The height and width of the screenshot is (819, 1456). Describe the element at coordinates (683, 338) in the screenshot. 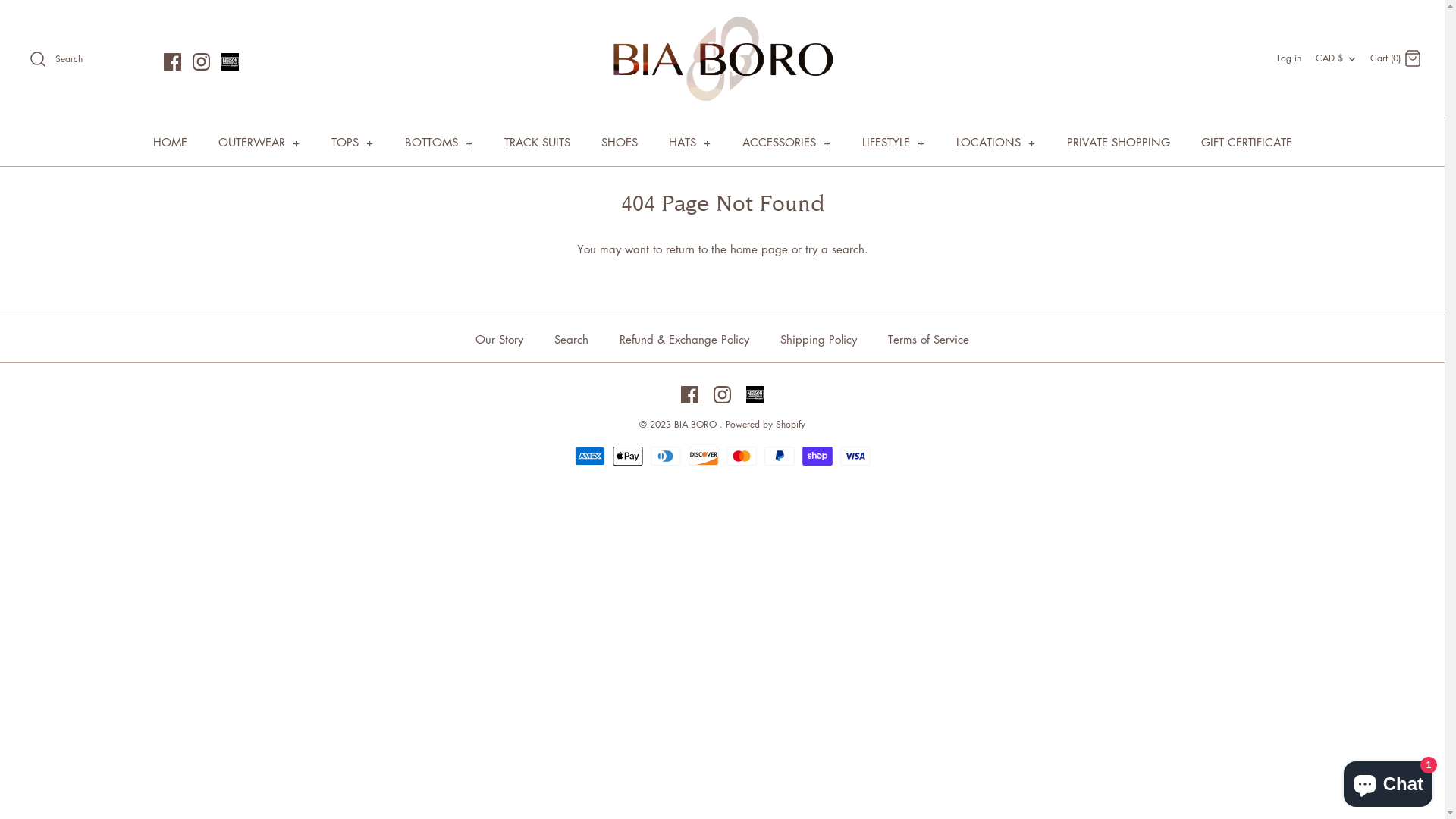

I see `'Refund & Exchange Policy'` at that location.